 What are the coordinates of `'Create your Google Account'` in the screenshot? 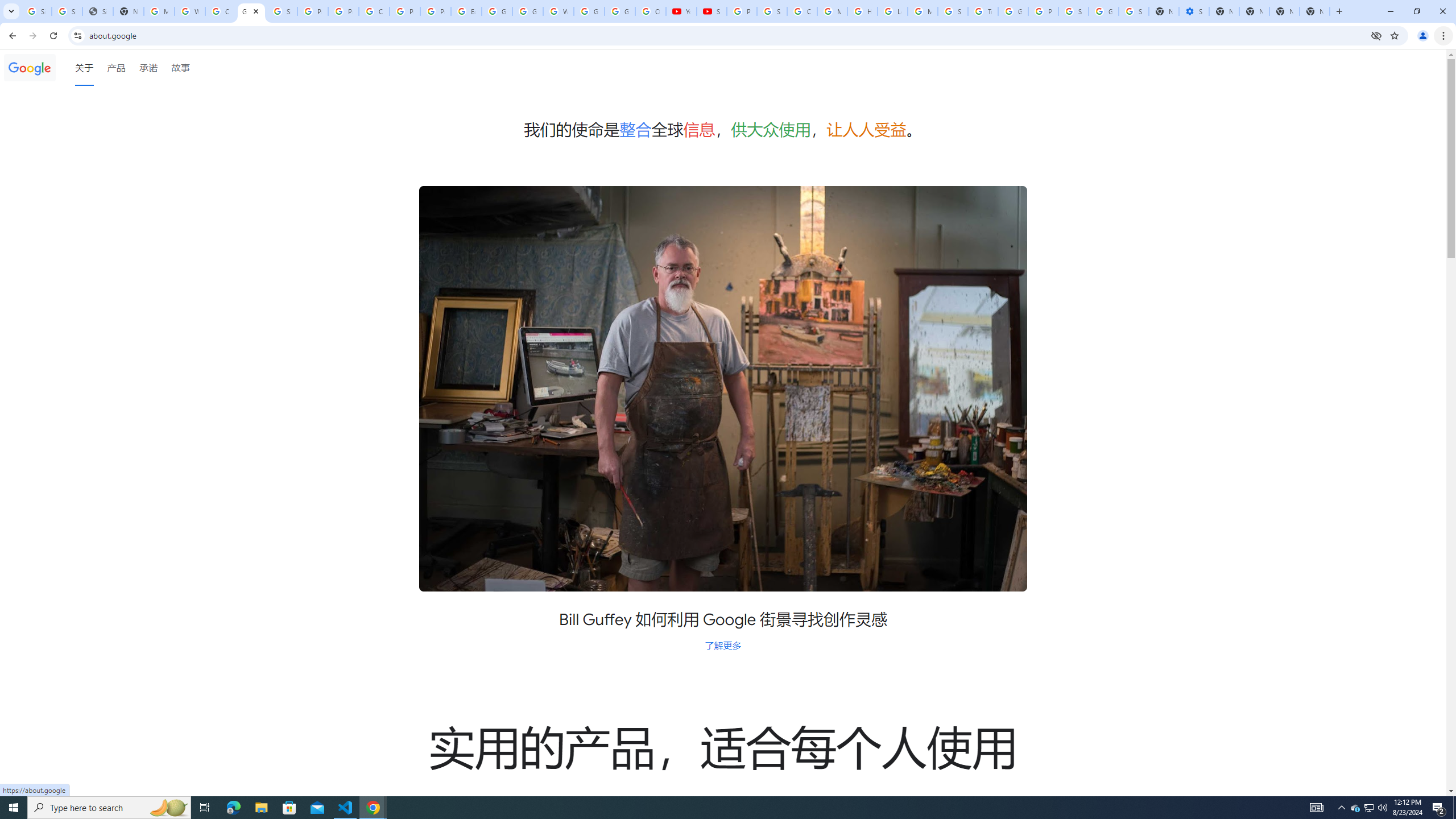 It's located at (373, 11).